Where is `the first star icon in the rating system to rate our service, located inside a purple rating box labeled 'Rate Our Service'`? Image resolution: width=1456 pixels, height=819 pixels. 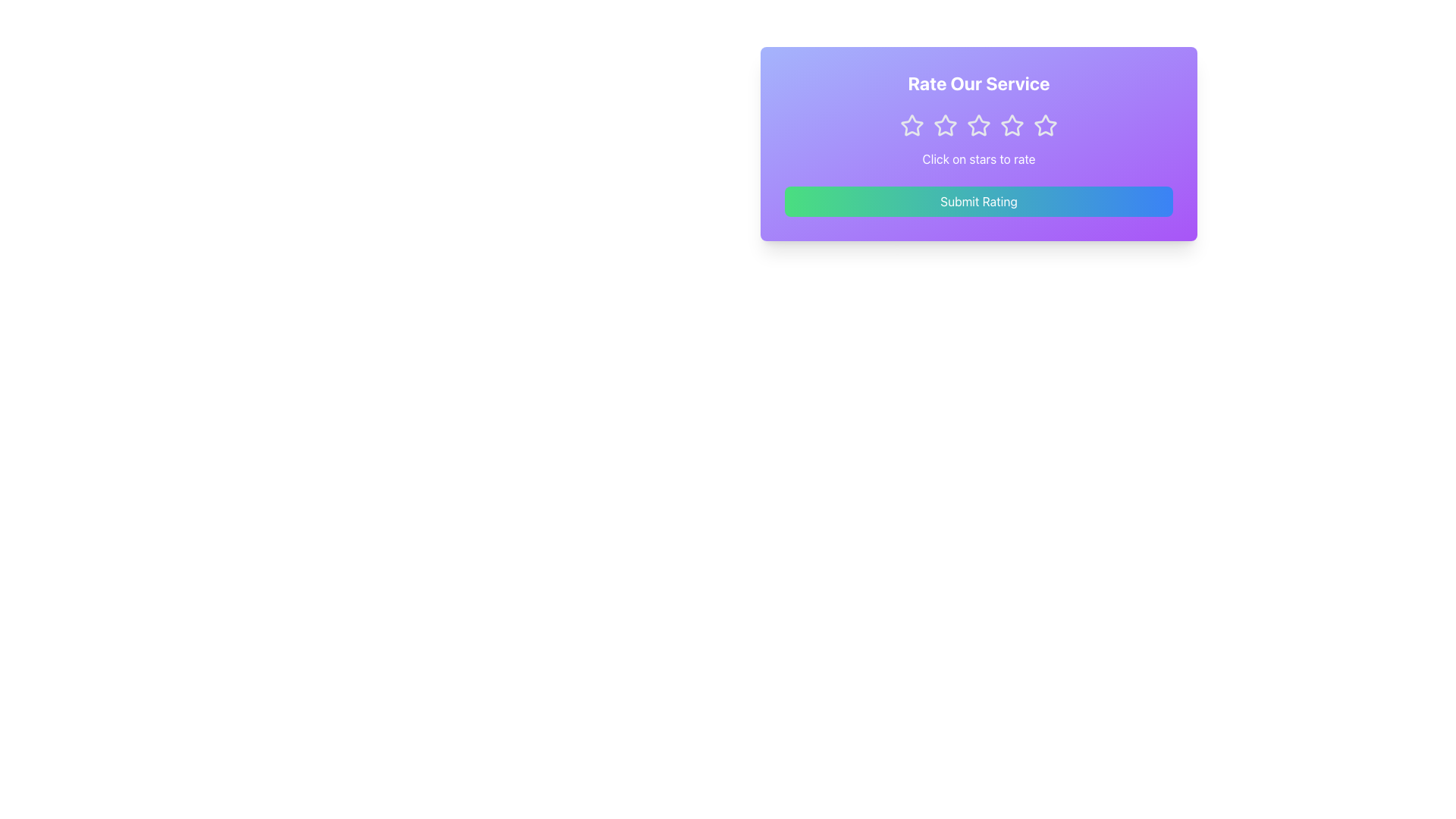 the first star icon in the rating system to rate our service, located inside a purple rating box labeled 'Rate Our Service' is located at coordinates (912, 124).